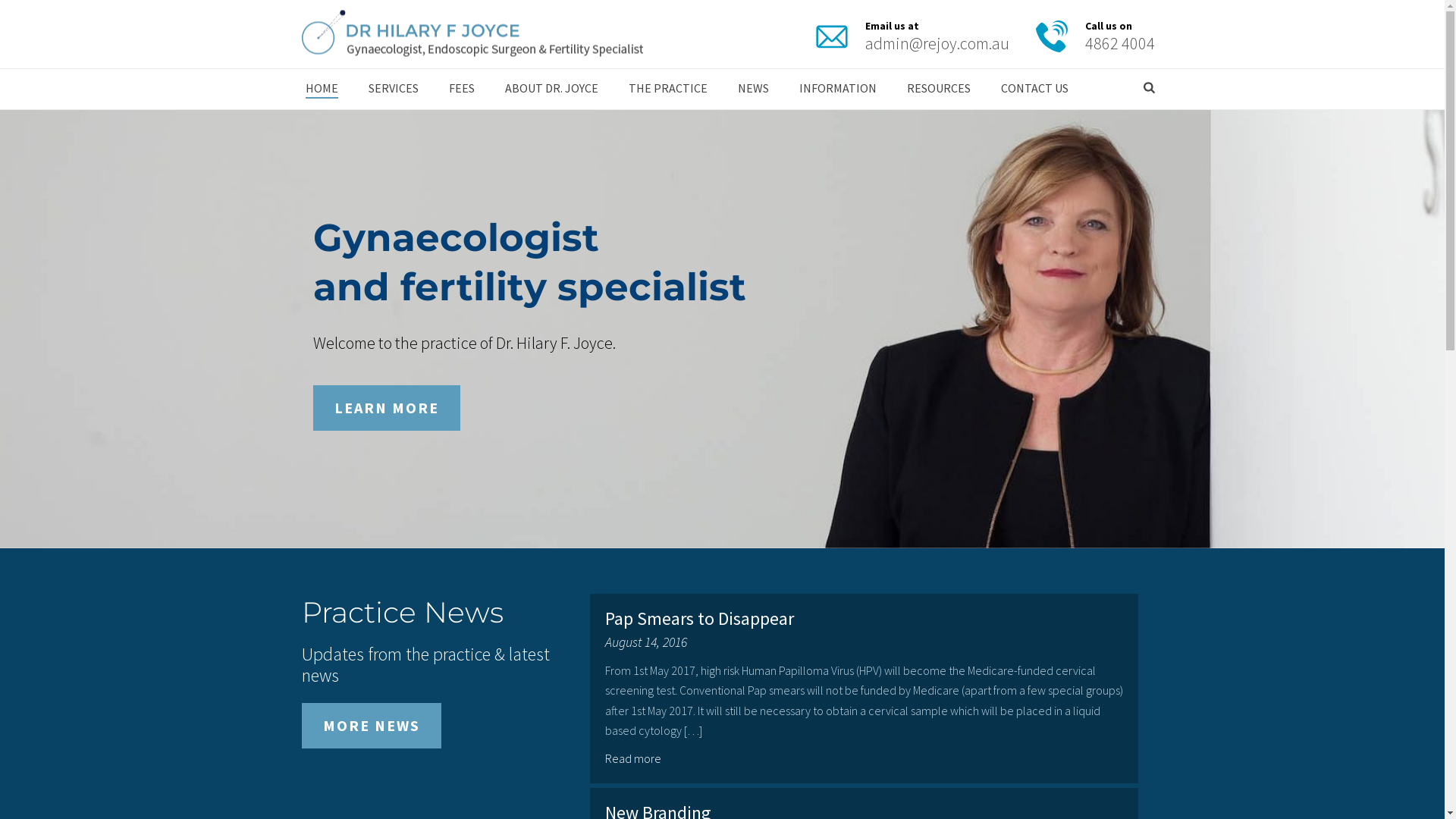 The height and width of the screenshot is (819, 1456). What do you see at coordinates (461, 89) in the screenshot?
I see `'FEES'` at bounding box center [461, 89].